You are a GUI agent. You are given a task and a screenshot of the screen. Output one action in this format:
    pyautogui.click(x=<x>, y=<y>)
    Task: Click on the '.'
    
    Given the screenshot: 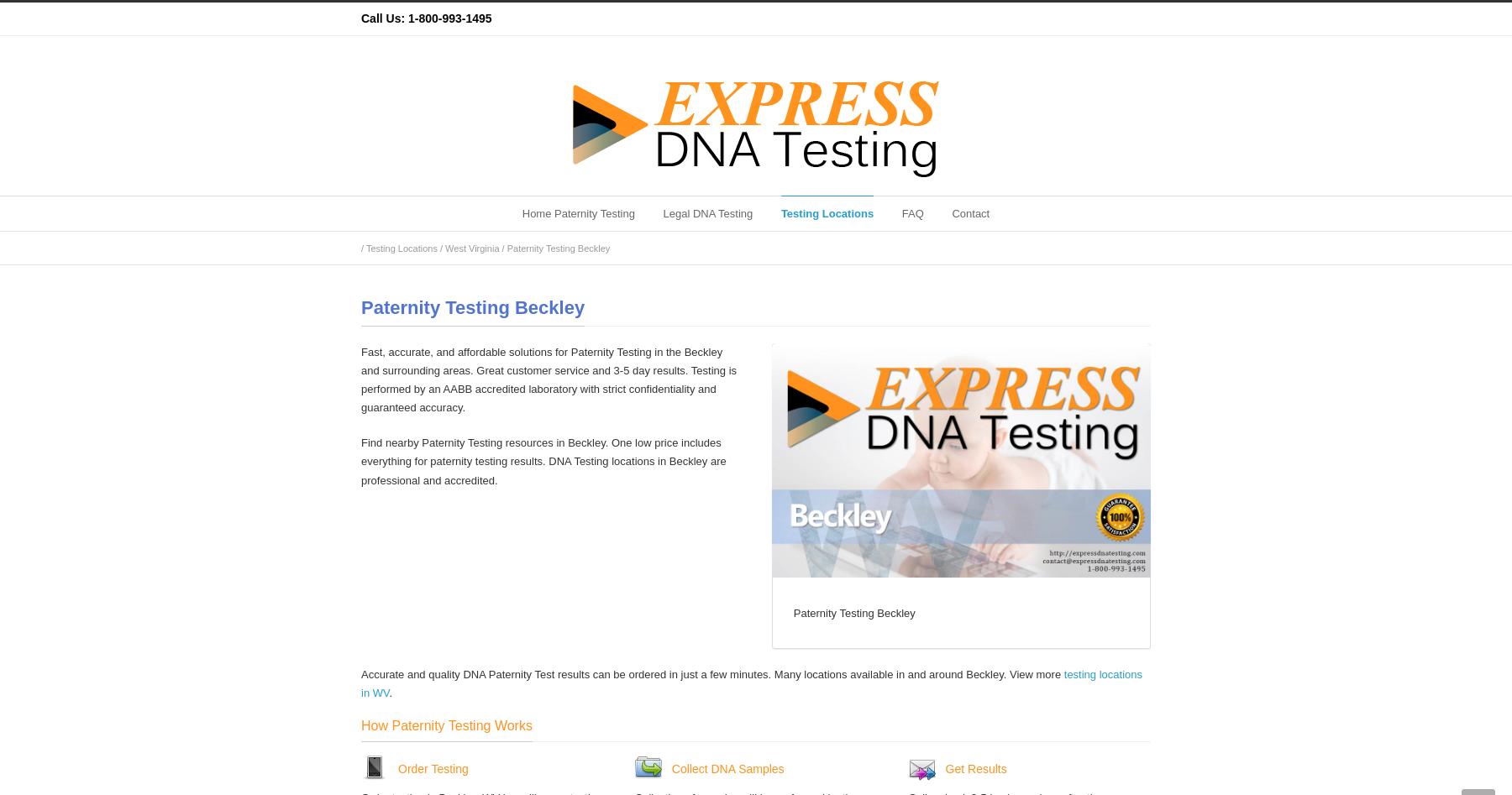 What is the action you would take?
    pyautogui.click(x=389, y=693)
    